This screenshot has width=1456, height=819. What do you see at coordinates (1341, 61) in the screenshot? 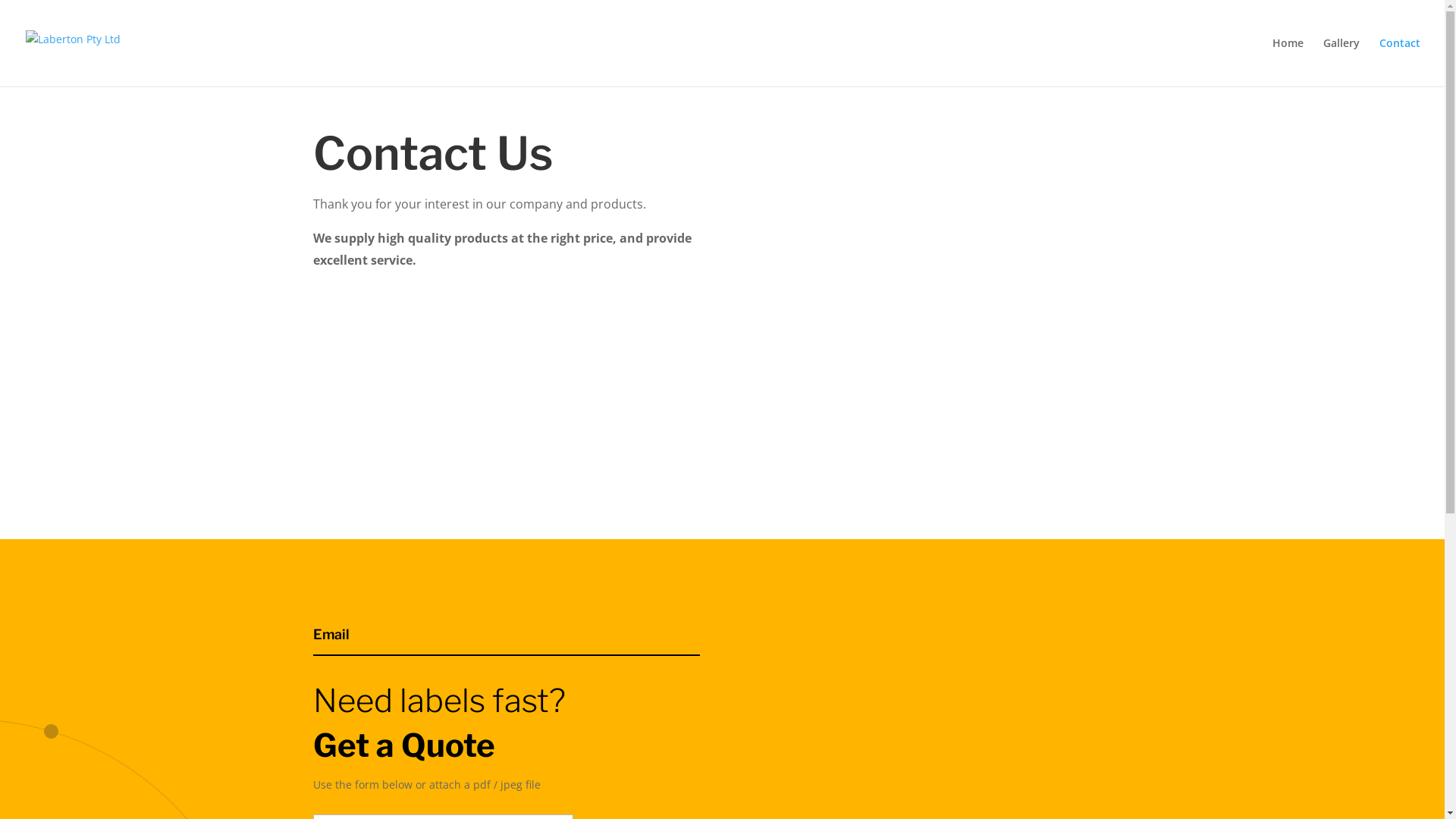
I see `'Gallery'` at bounding box center [1341, 61].